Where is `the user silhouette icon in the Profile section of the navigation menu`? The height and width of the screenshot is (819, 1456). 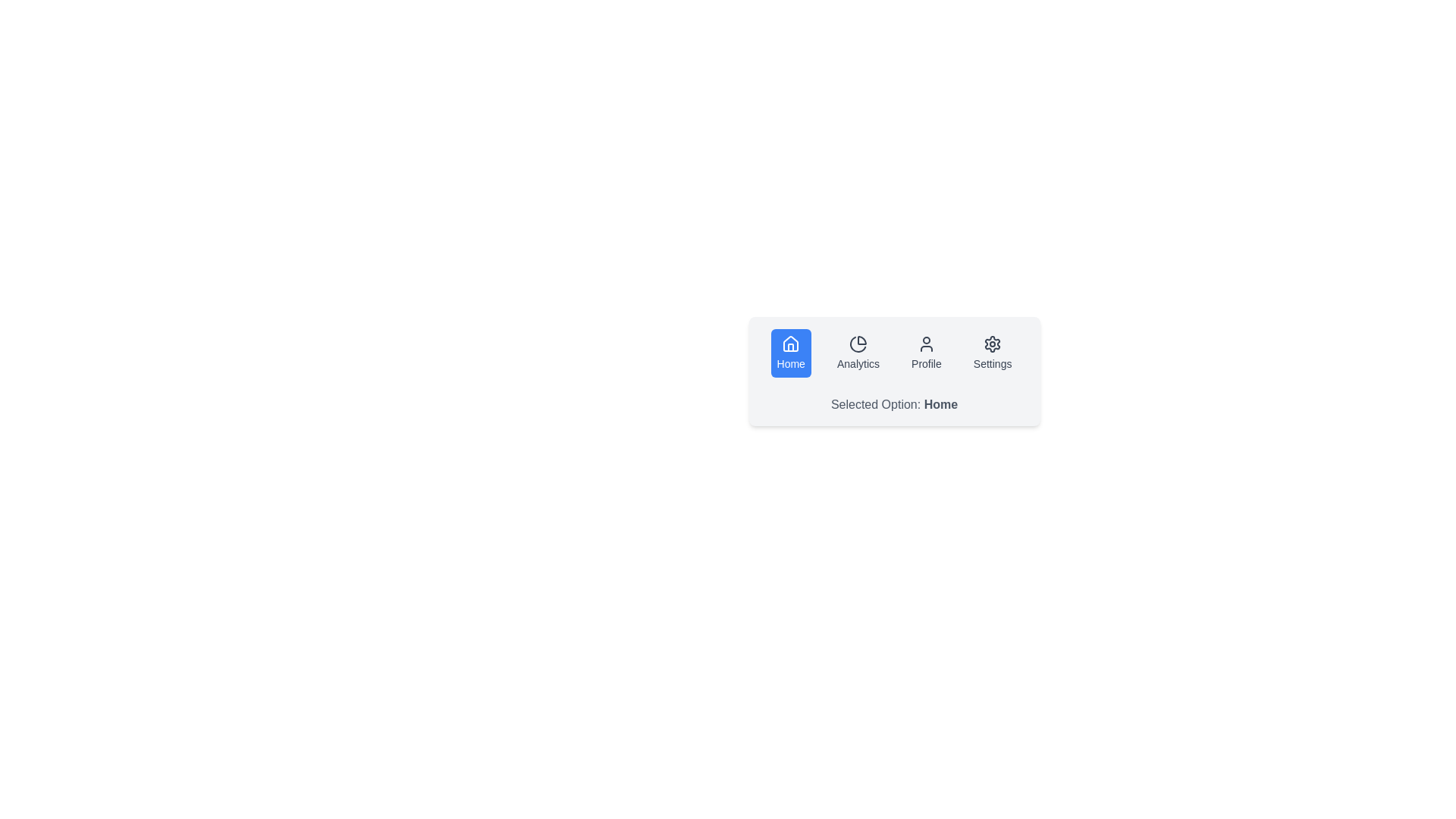 the user silhouette icon in the Profile section of the navigation menu is located at coordinates (925, 344).